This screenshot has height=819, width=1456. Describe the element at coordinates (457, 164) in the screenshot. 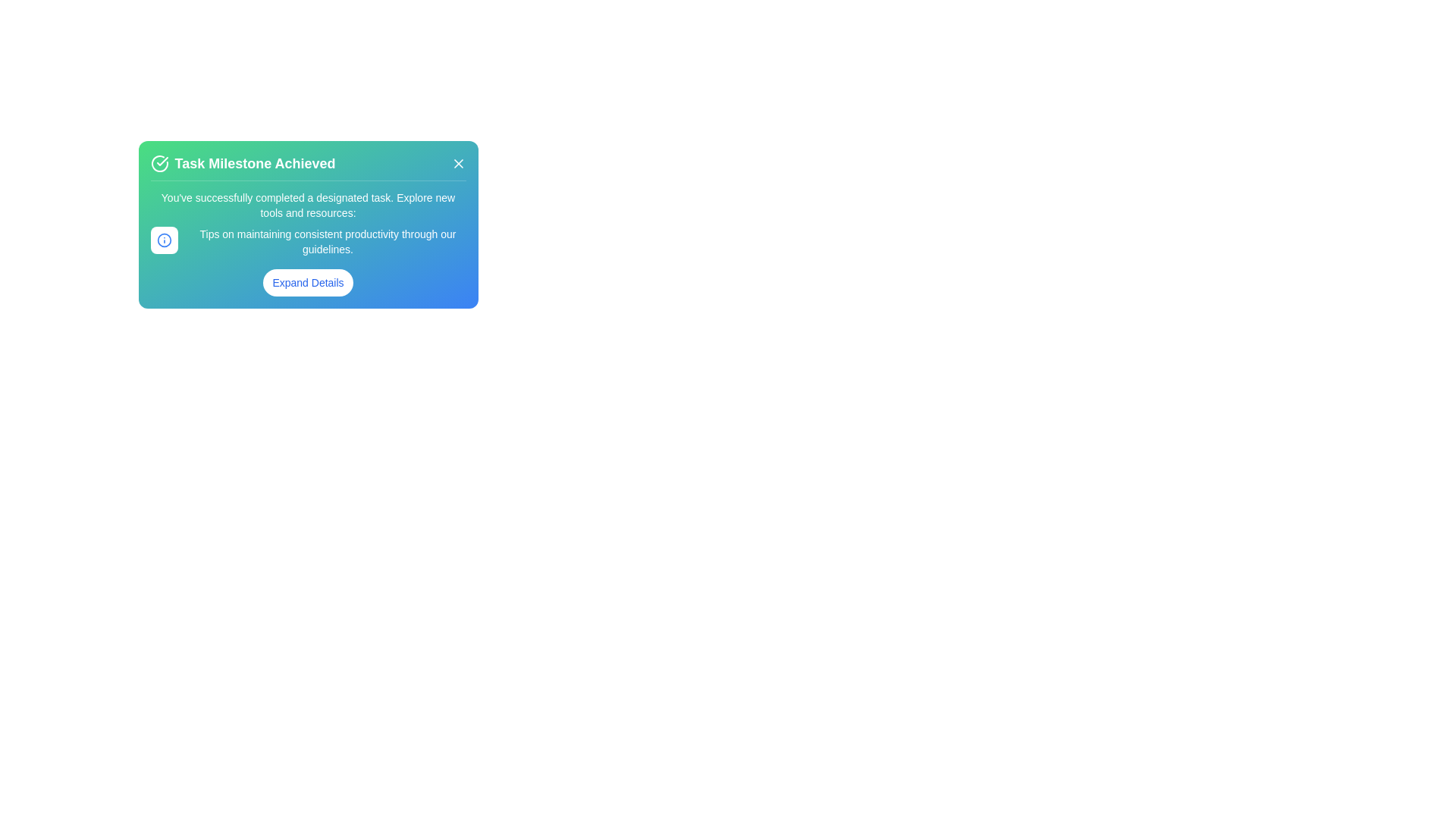

I see `the close button to hide the alert` at that location.